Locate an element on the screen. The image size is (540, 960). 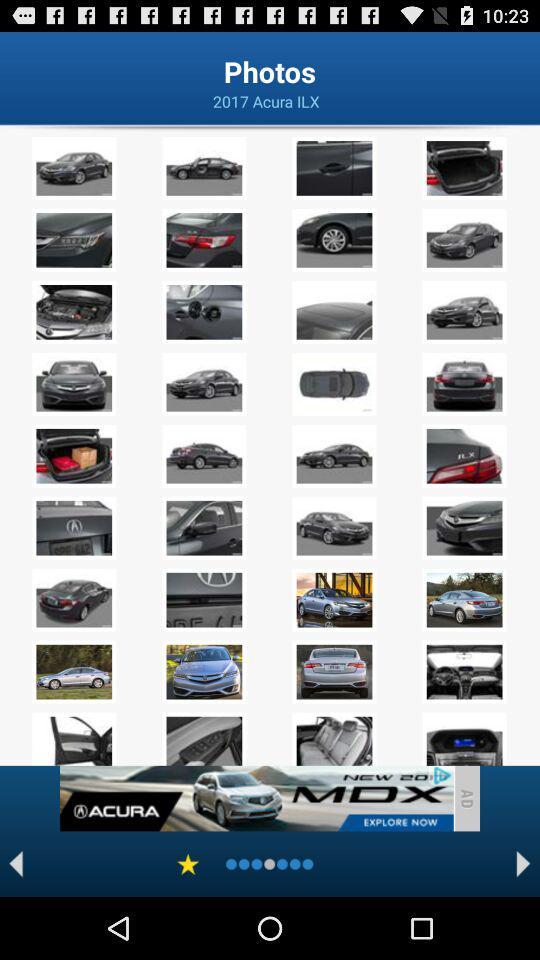
plye putton is located at coordinates (15, 863).